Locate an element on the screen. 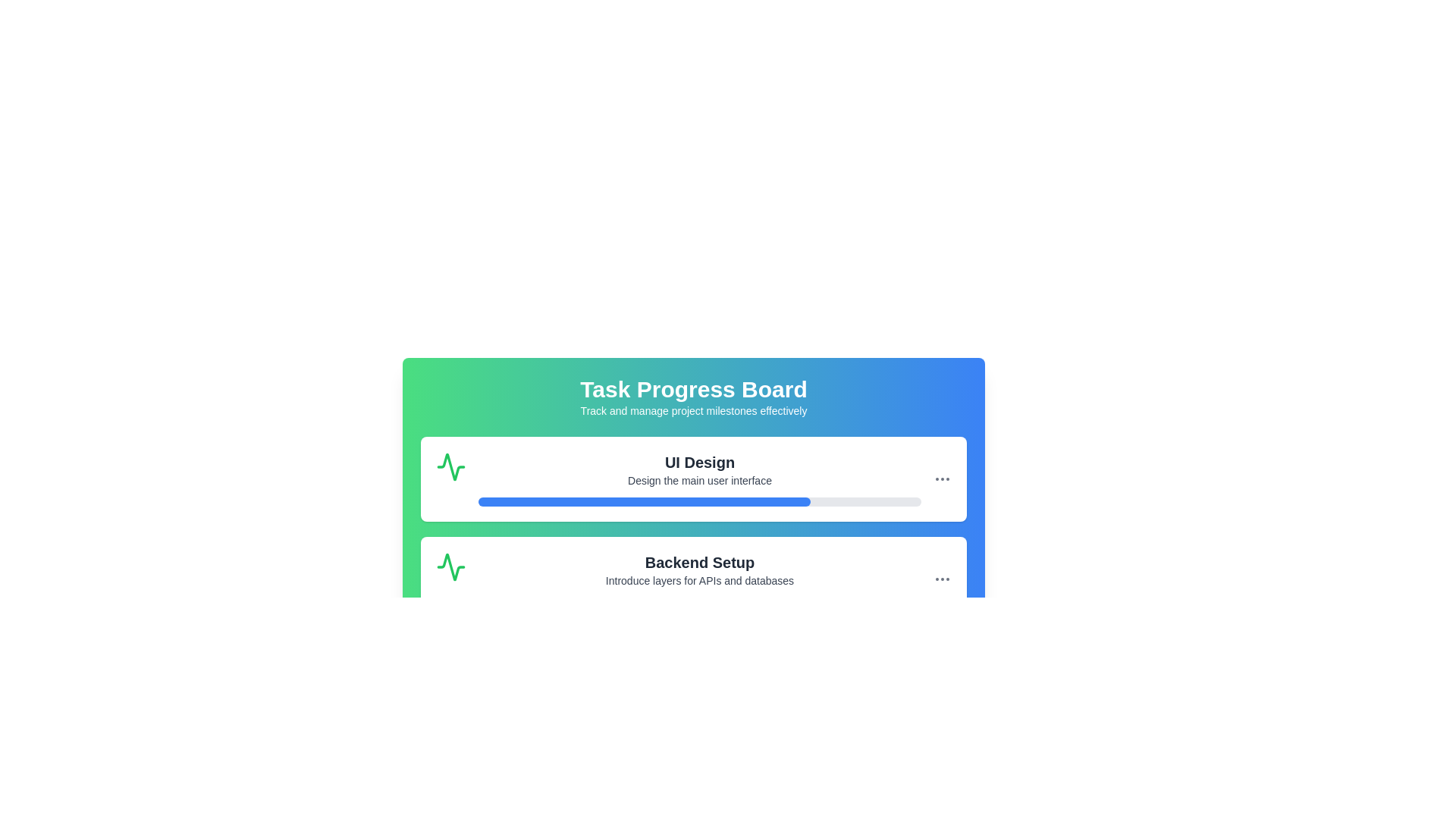  the progress bar segment indicating 75% completion of the 'UI Design' task is located at coordinates (644, 502).